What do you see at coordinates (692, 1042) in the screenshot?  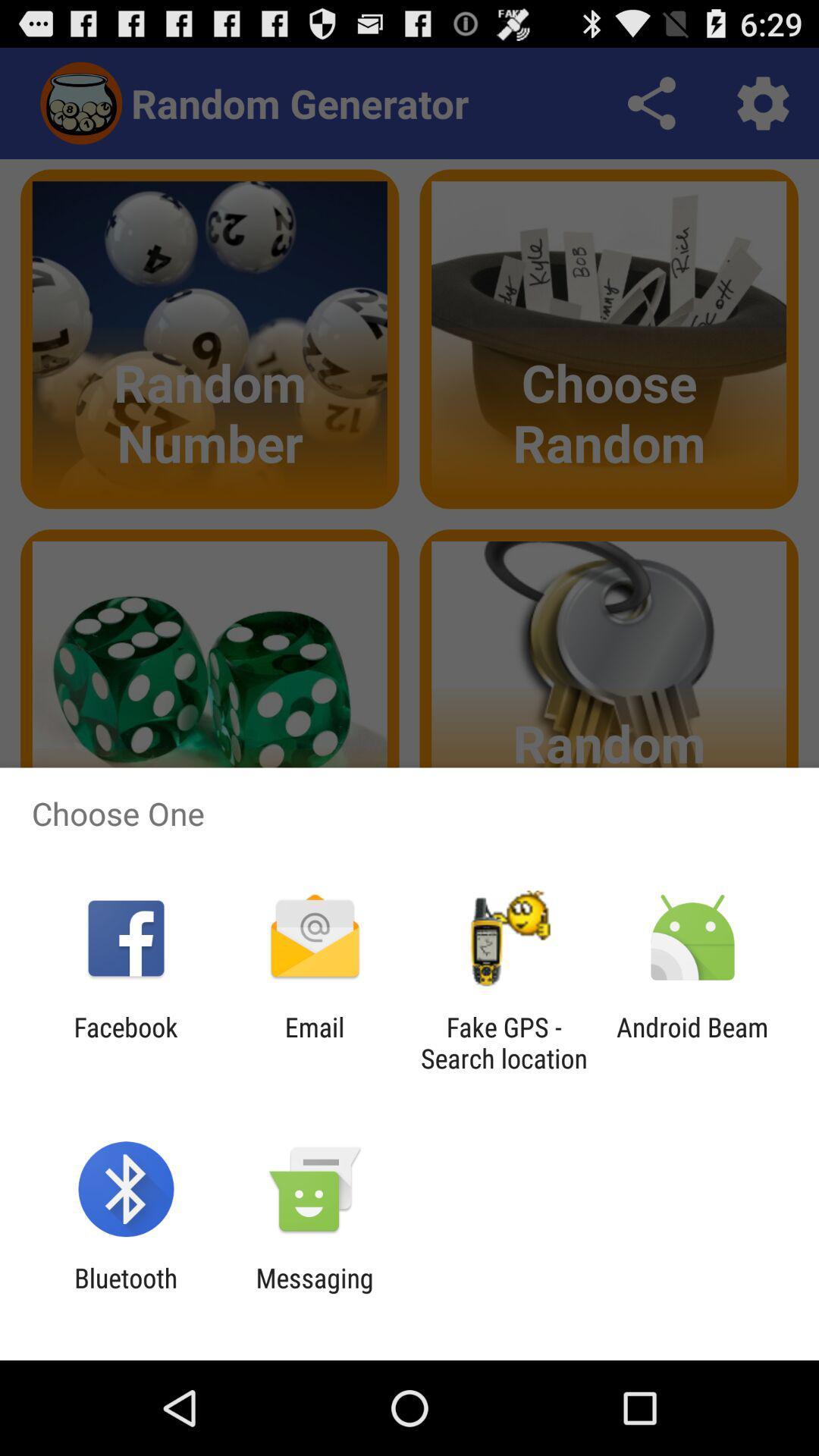 I see `android beam icon` at bounding box center [692, 1042].